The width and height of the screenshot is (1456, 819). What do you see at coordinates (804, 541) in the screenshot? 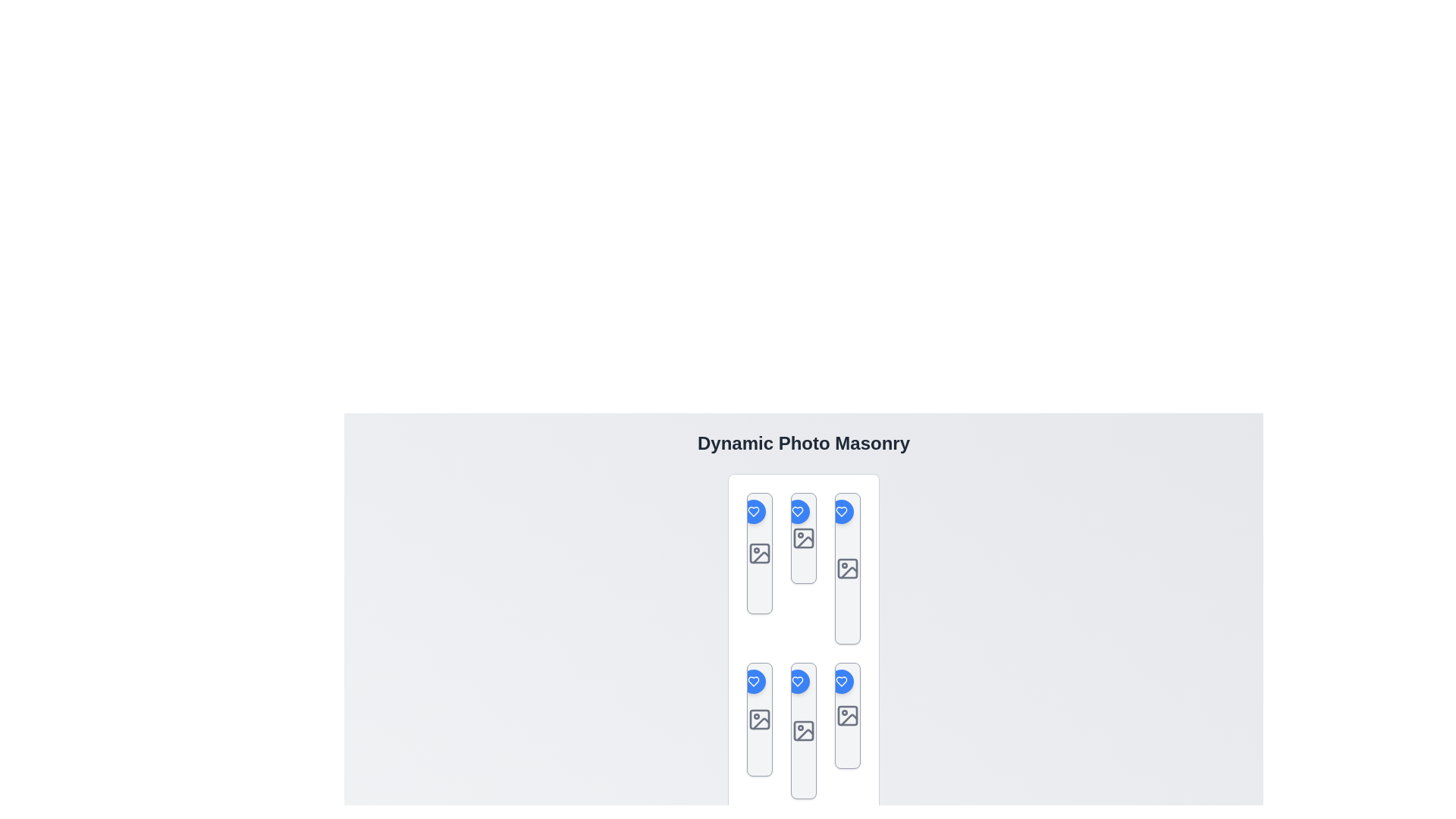
I see `the vector graphic icon located in the second column of the top row, which features a heart and a crossed-out image symbol, to indicate image-related actions` at bounding box center [804, 541].